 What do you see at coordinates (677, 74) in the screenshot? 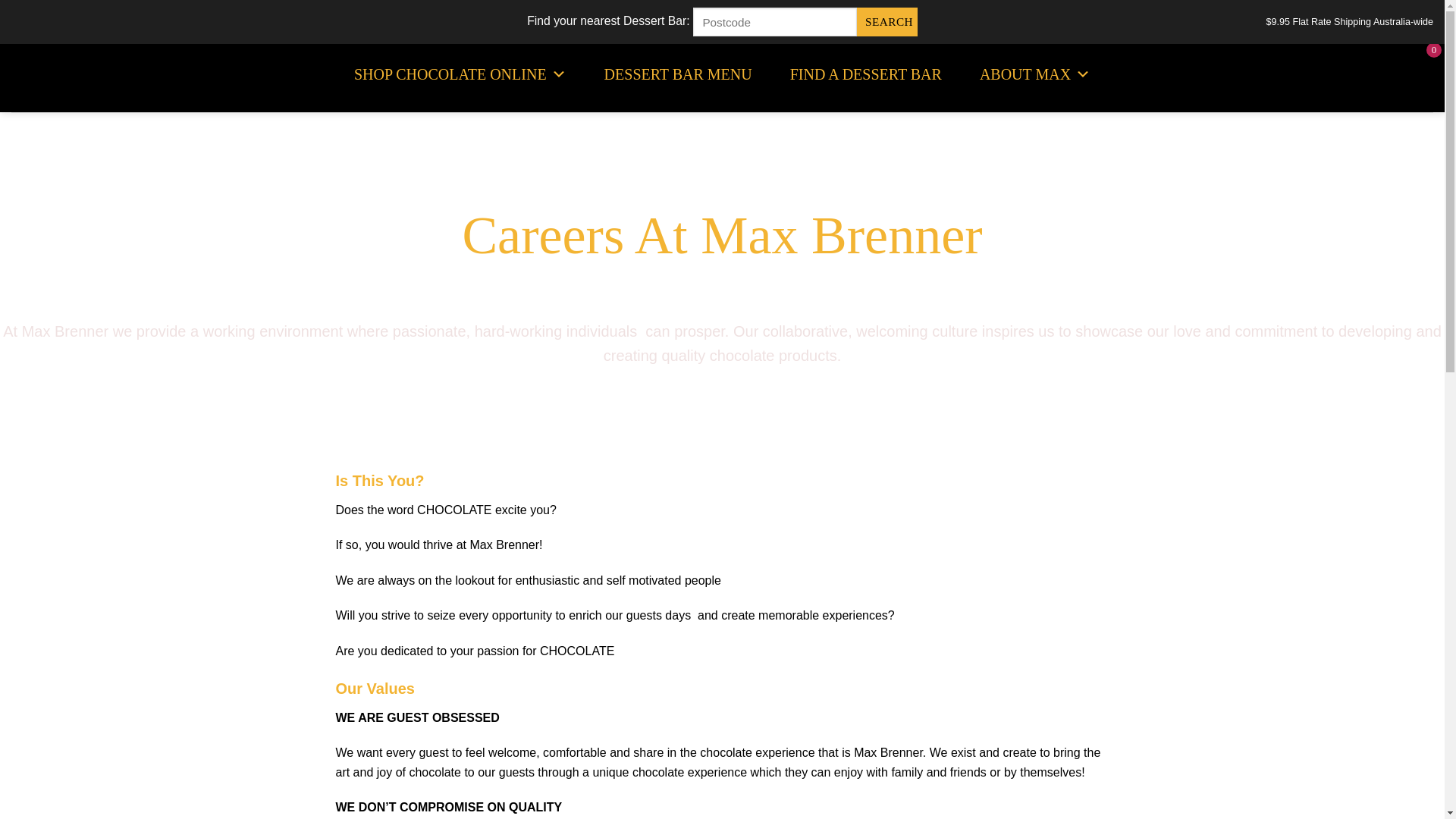
I see `'DESSERT BAR MENU'` at bounding box center [677, 74].